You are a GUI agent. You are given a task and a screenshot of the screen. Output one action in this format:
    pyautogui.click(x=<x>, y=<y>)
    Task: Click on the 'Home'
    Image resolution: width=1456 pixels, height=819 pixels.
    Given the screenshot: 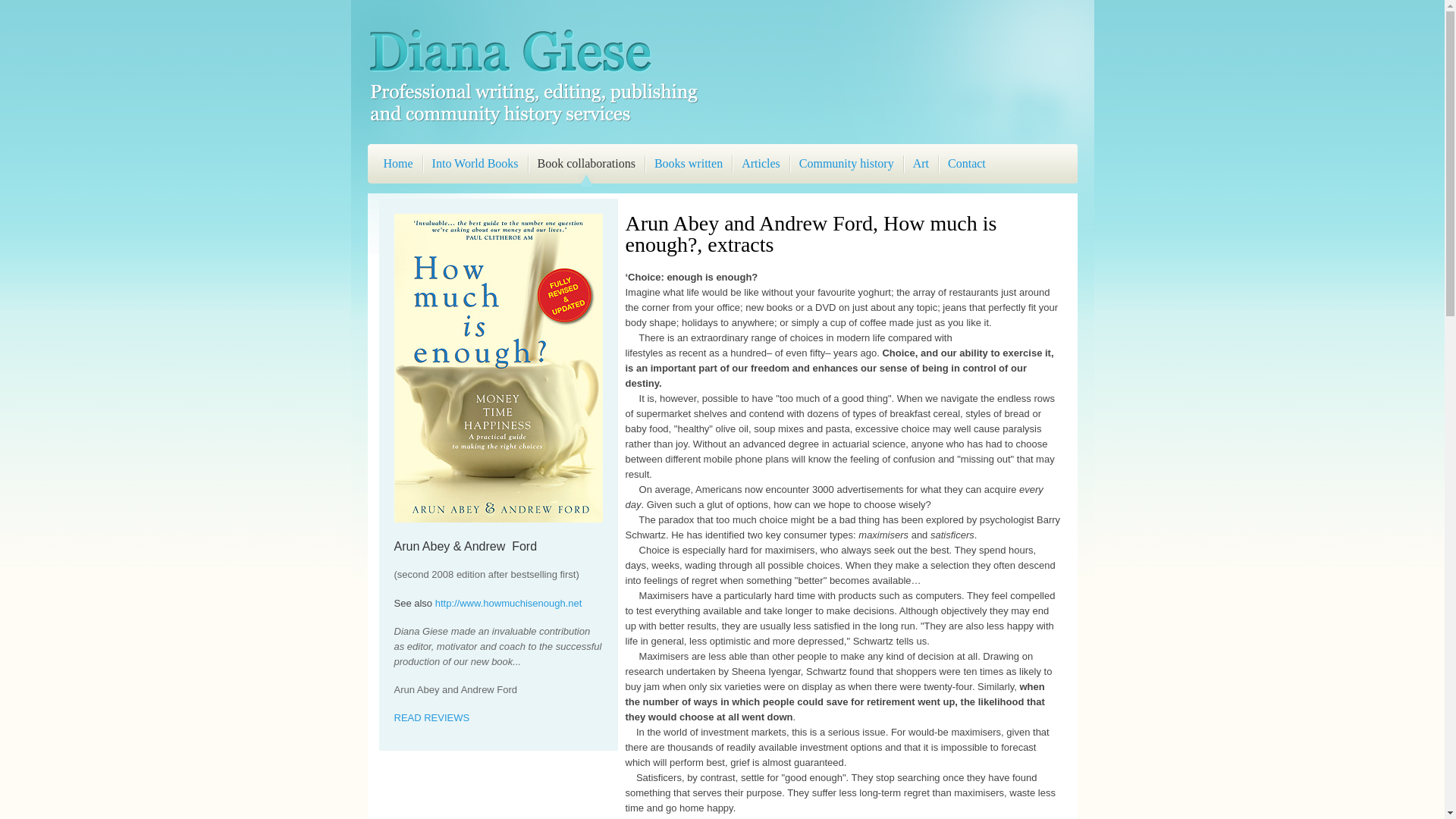 What is the action you would take?
    pyautogui.click(x=398, y=166)
    